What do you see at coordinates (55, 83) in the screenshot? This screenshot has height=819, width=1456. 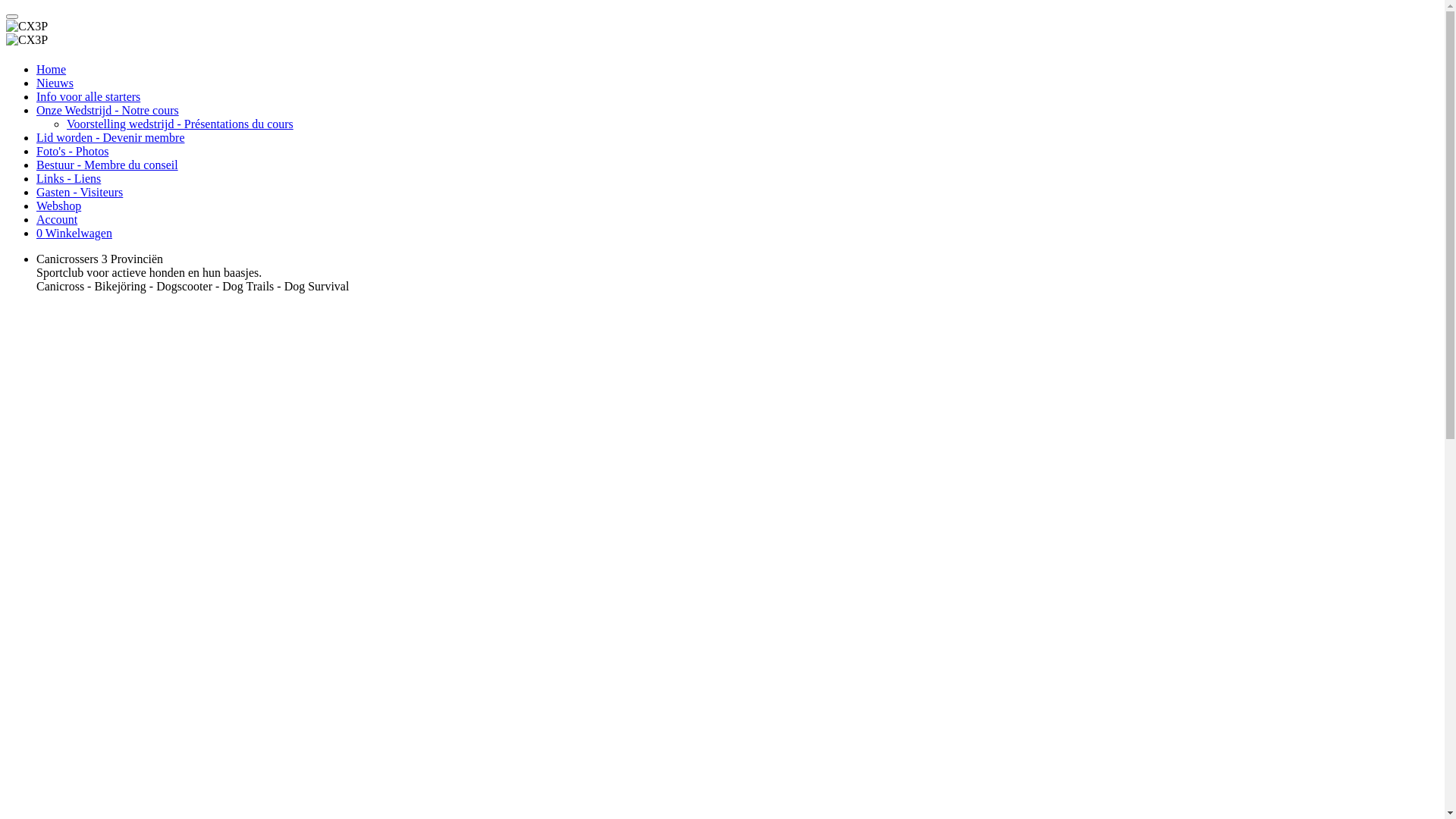 I see `'Nieuws'` at bounding box center [55, 83].